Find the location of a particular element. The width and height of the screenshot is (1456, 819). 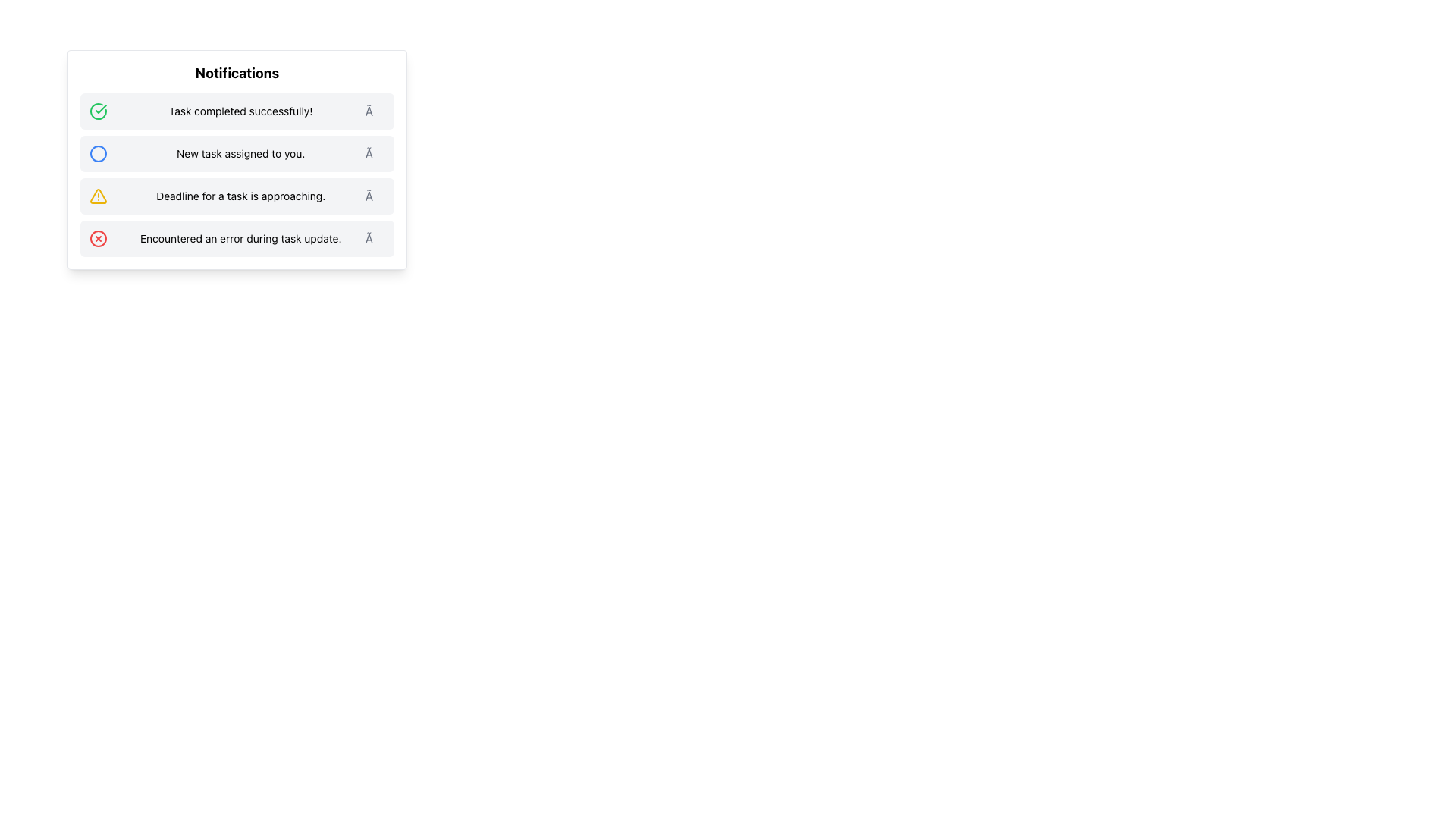

the circular icon with a green border and green checkmark, located in the topmost notification entry, to the left of the text 'Task completed successfully!' is located at coordinates (97, 110).